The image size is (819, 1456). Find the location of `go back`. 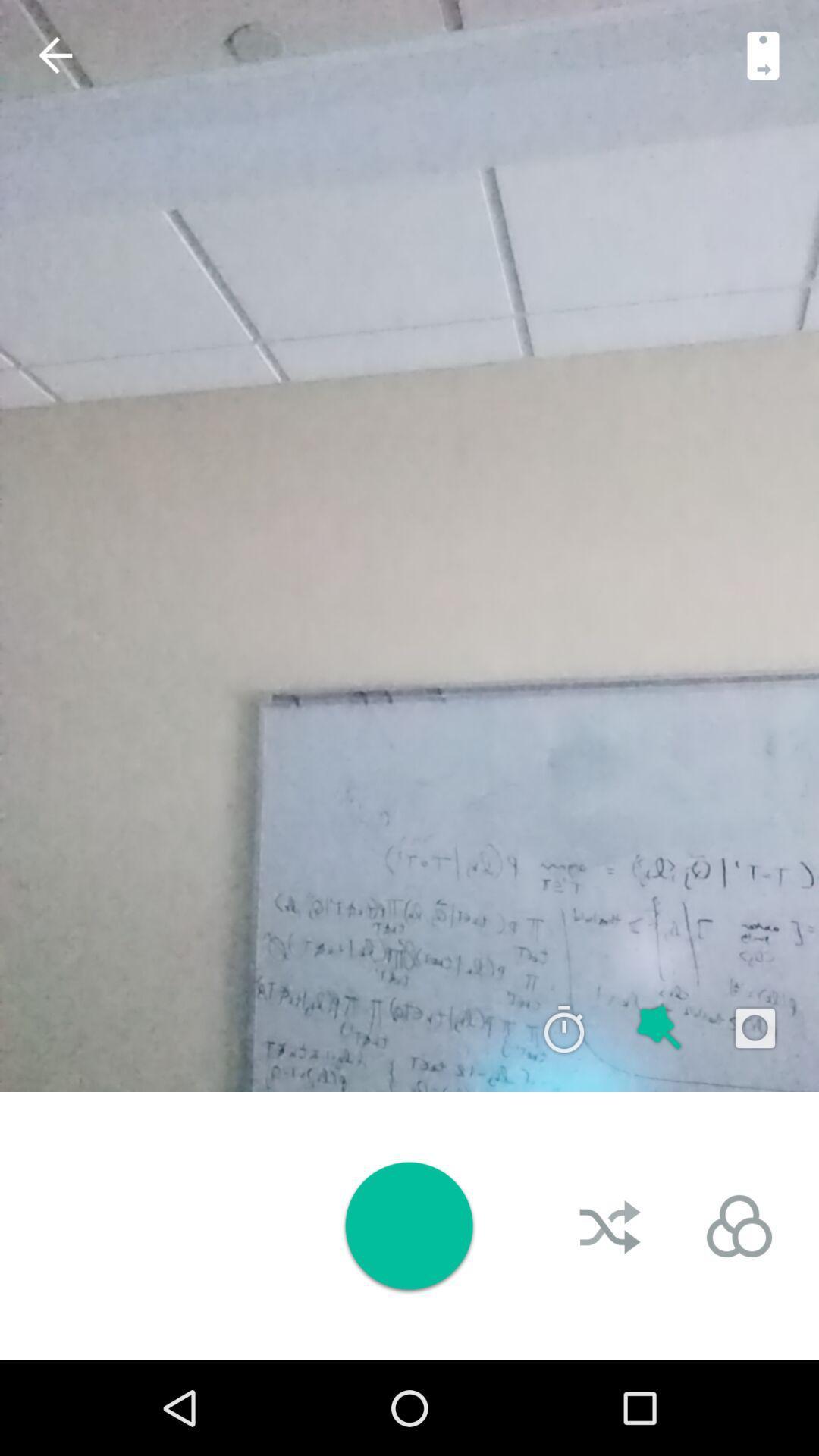

go back is located at coordinates (55, 55).